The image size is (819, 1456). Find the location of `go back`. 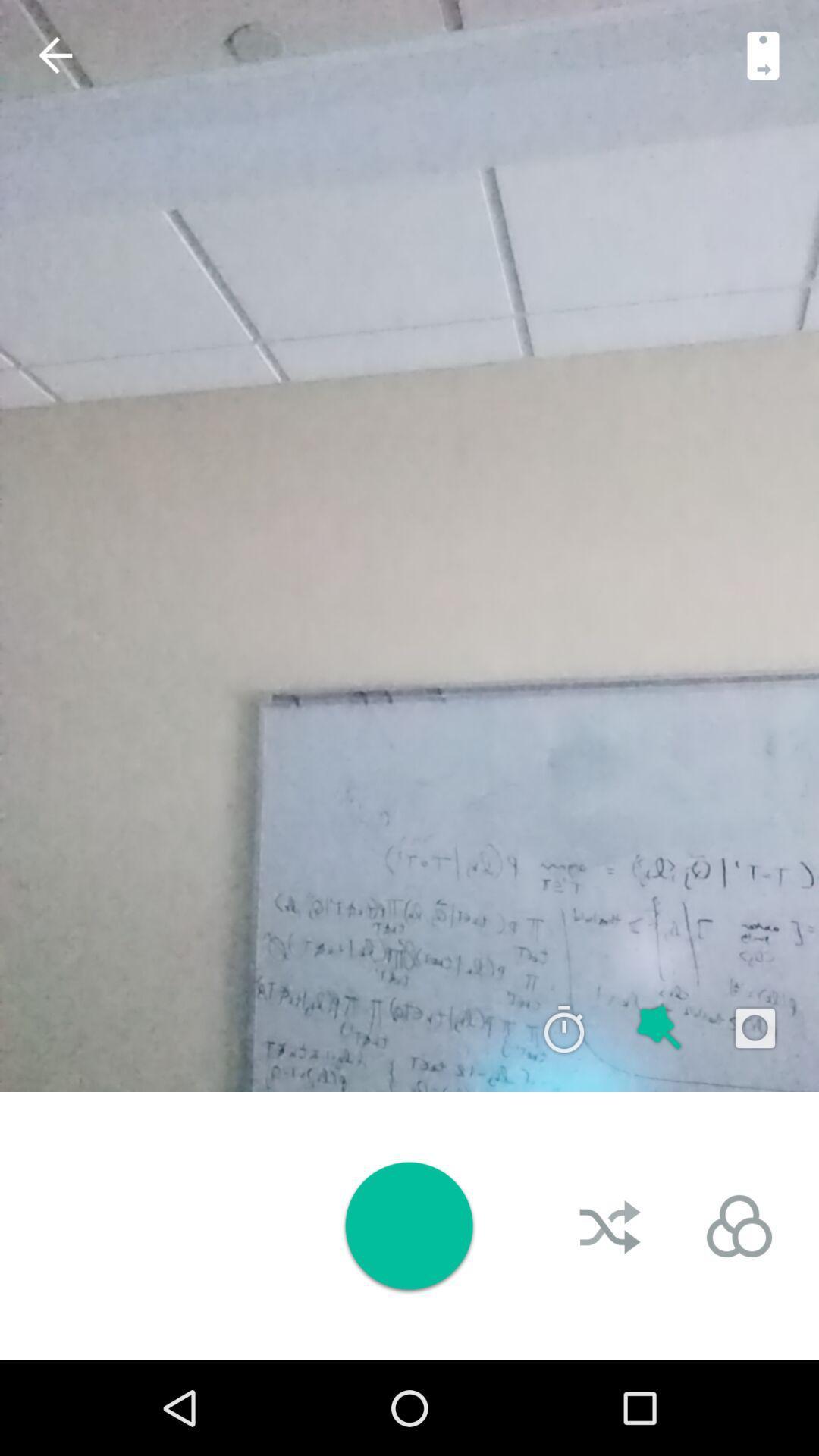

go back is located at coordinates (55, 55).